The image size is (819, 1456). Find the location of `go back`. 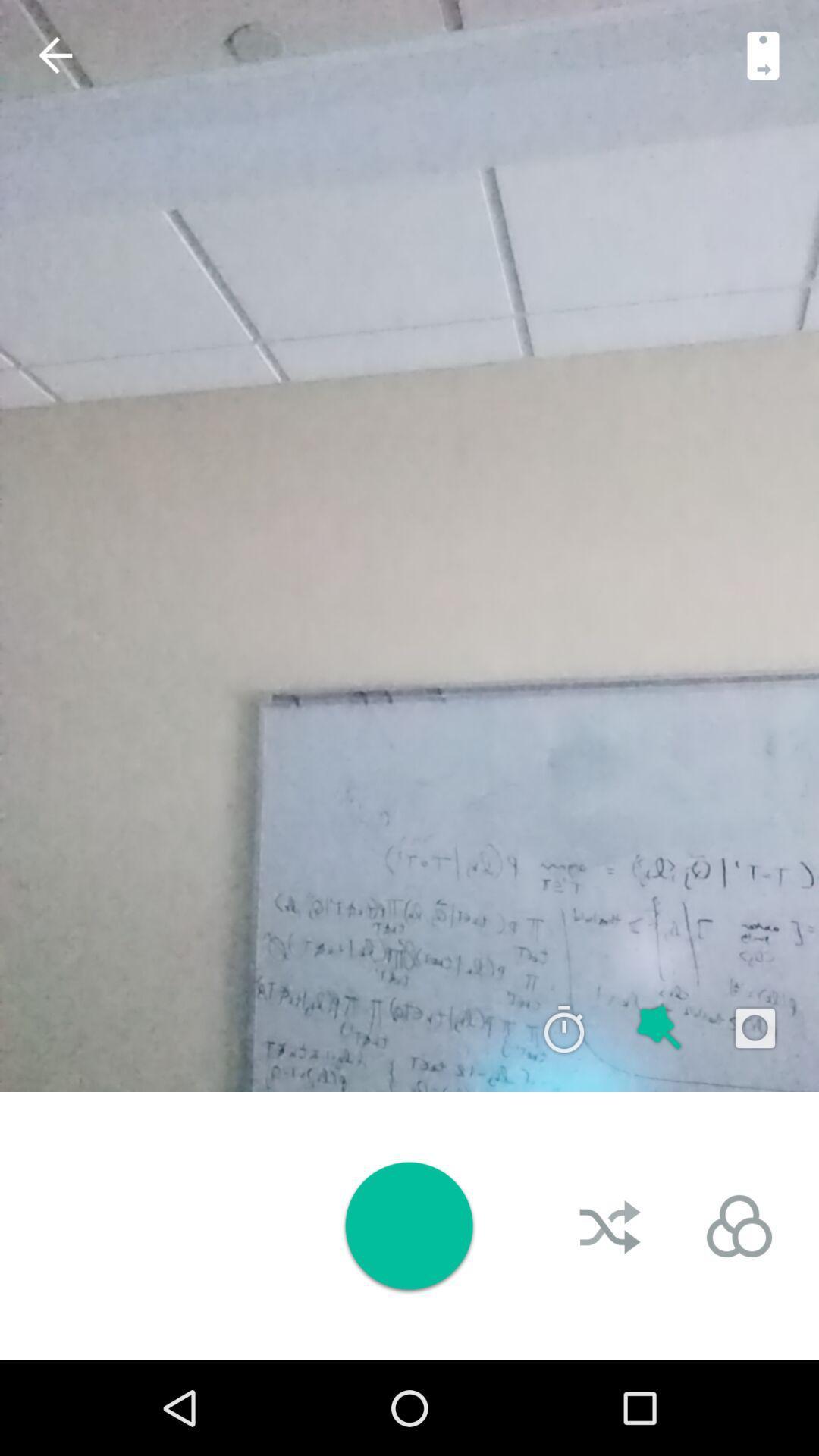

go back is located at coordinates (55, 55).